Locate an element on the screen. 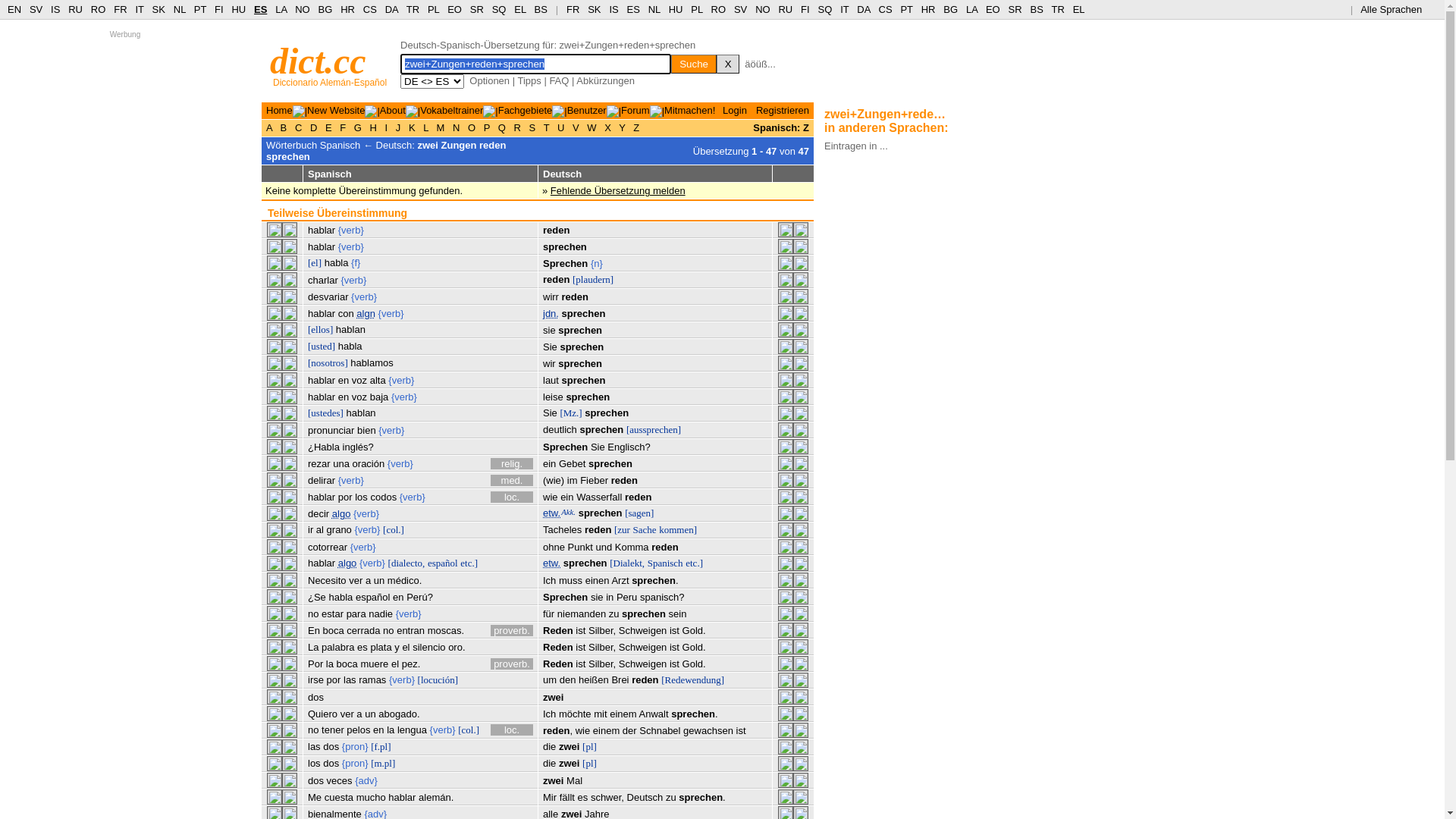 This screenshot has width=1456, height=819. 'estar' is located at coordinates (331, 613).